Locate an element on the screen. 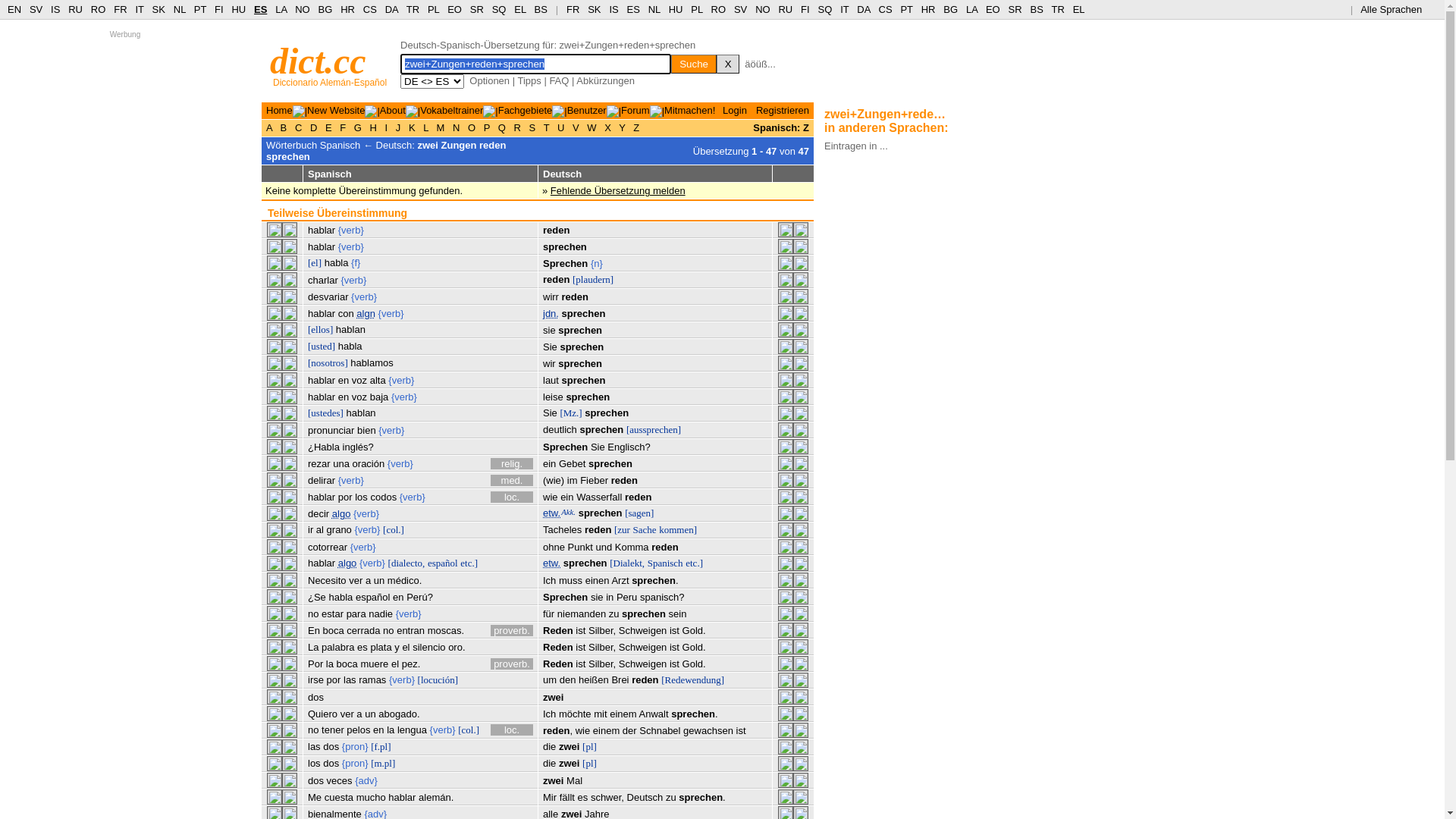 This screenshot has width=1456, height=819. 'estar' is located at coordinates (331, 613).